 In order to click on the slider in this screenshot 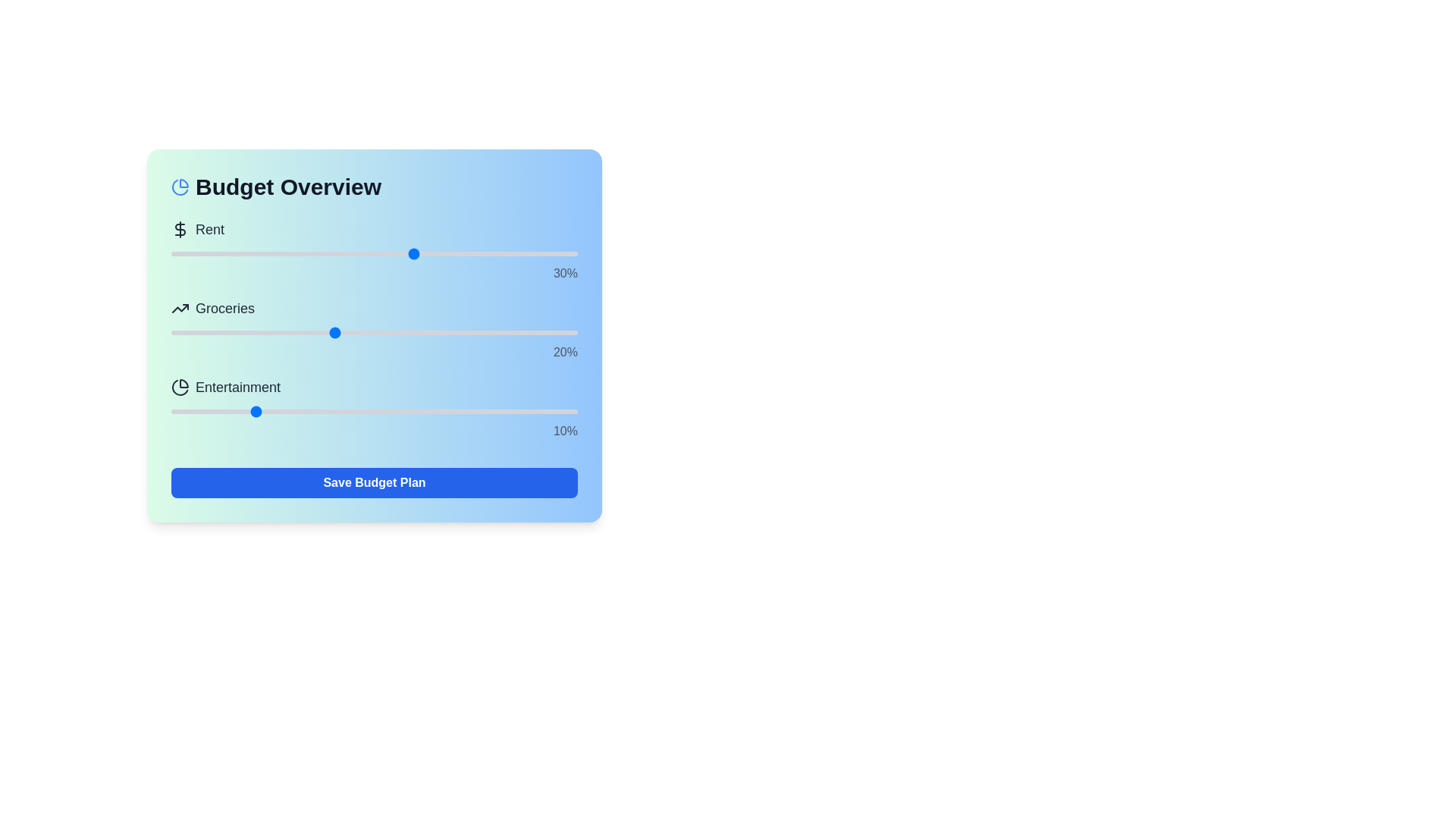, I will do `click(438, 412)`.